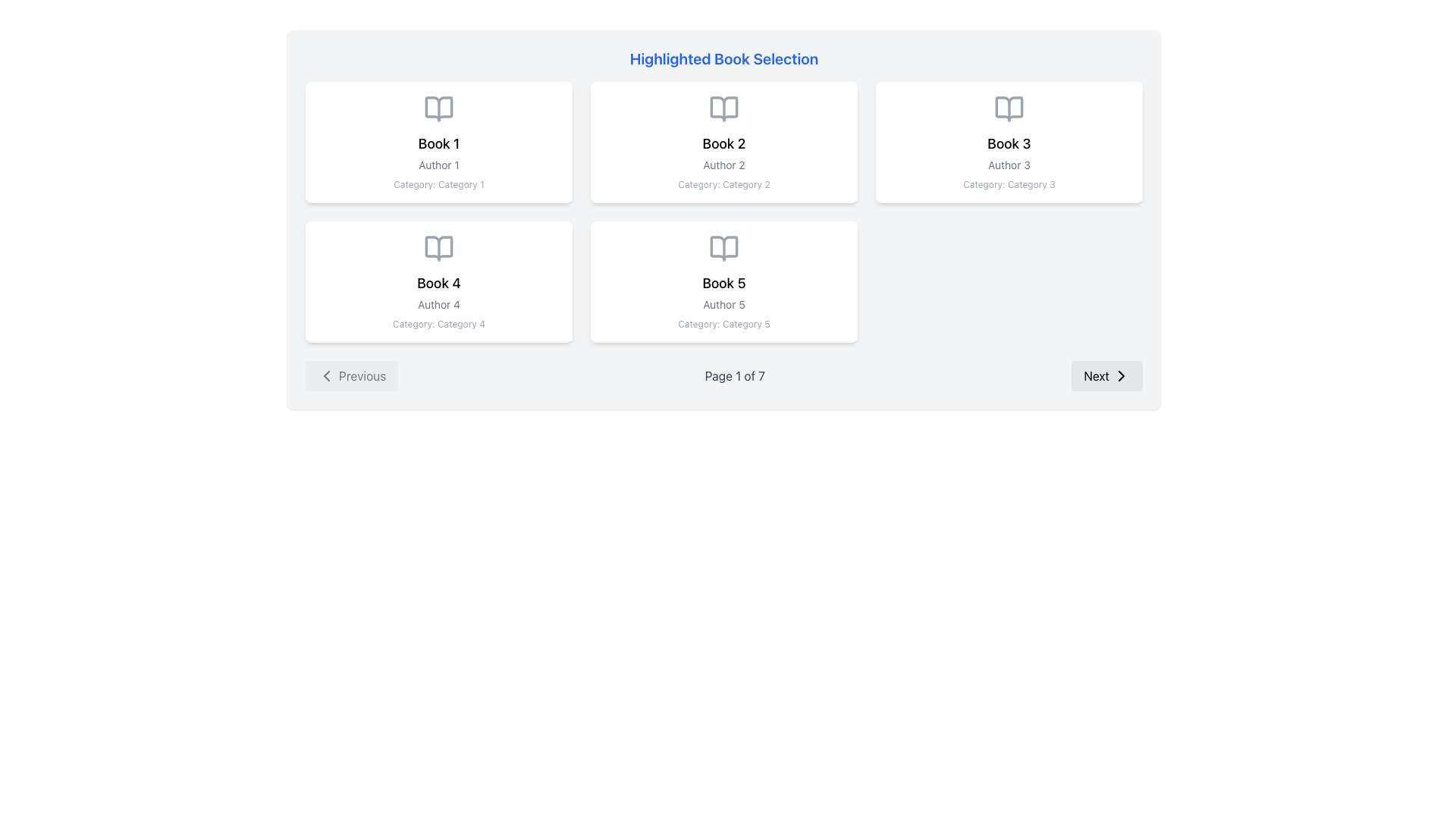  What do you see at coordinates (723, 143) in the screenshot?
I see `the text label displaying 'Book 2', which is the title of the central book in the first row of a grid layout, styled with a large, medium-weight font` at bounding box center [723, 143].